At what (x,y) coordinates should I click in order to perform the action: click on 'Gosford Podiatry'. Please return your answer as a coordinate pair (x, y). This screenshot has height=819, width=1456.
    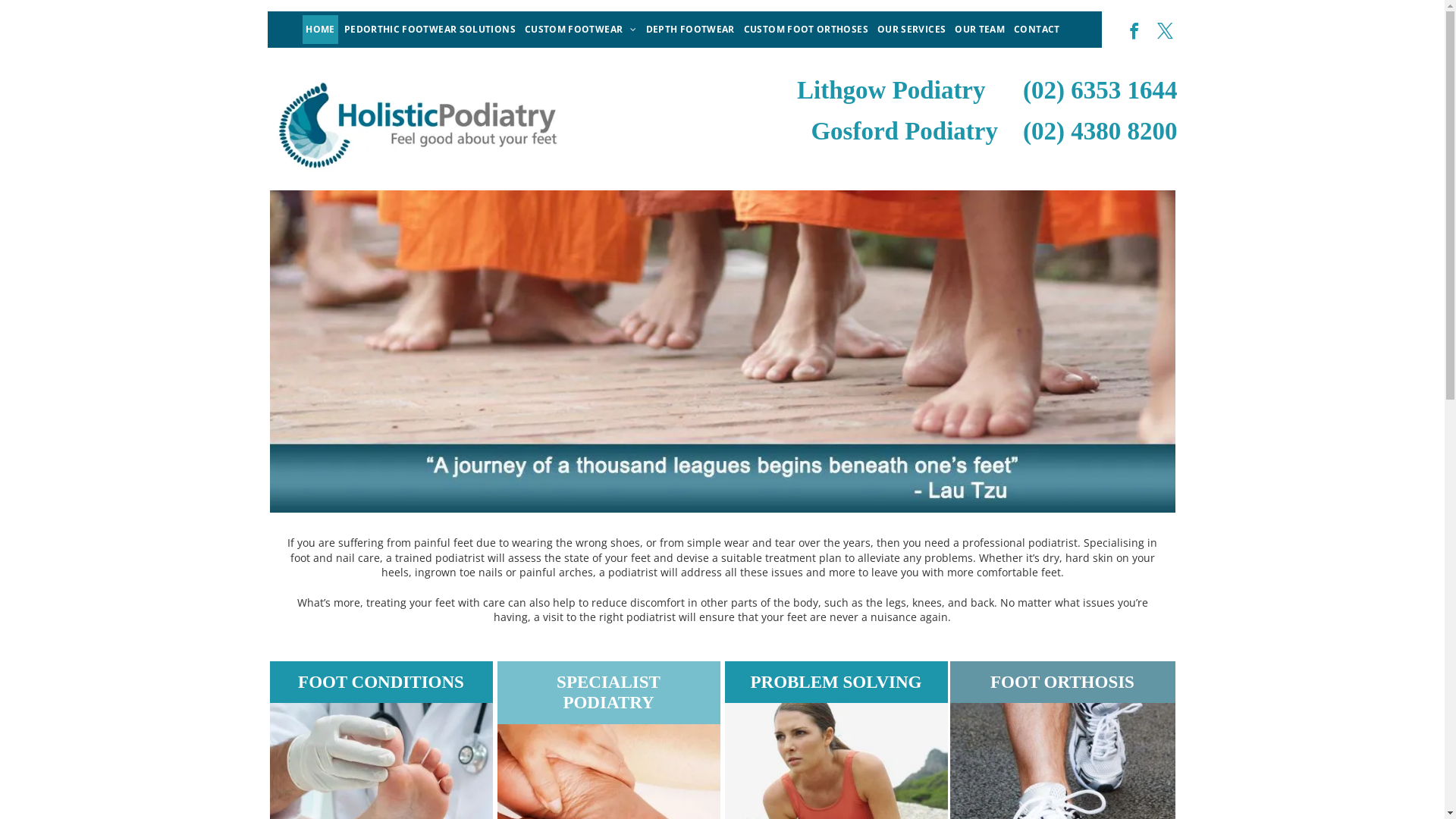
    Looking at the image, I should click on (904, 130).